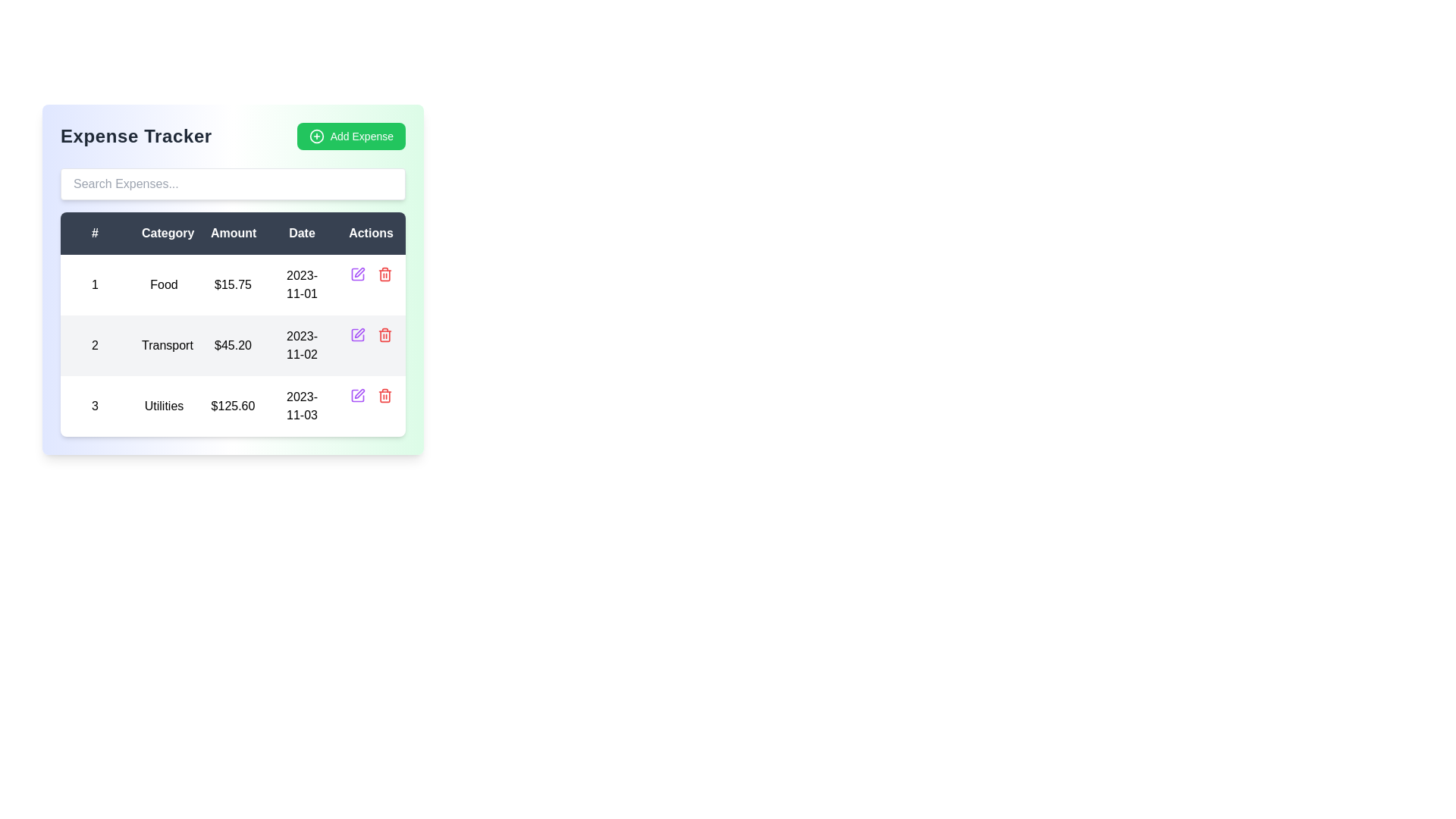 This screenshot has width=1456, height=819. Describe the element at coordinates (359, 393) in the screenshot. I see `the pen icon button located in the 'Actions' column for the 'Transport' expense entry dated '2023-11-02' to potentially reveal a tooltip` at that location.